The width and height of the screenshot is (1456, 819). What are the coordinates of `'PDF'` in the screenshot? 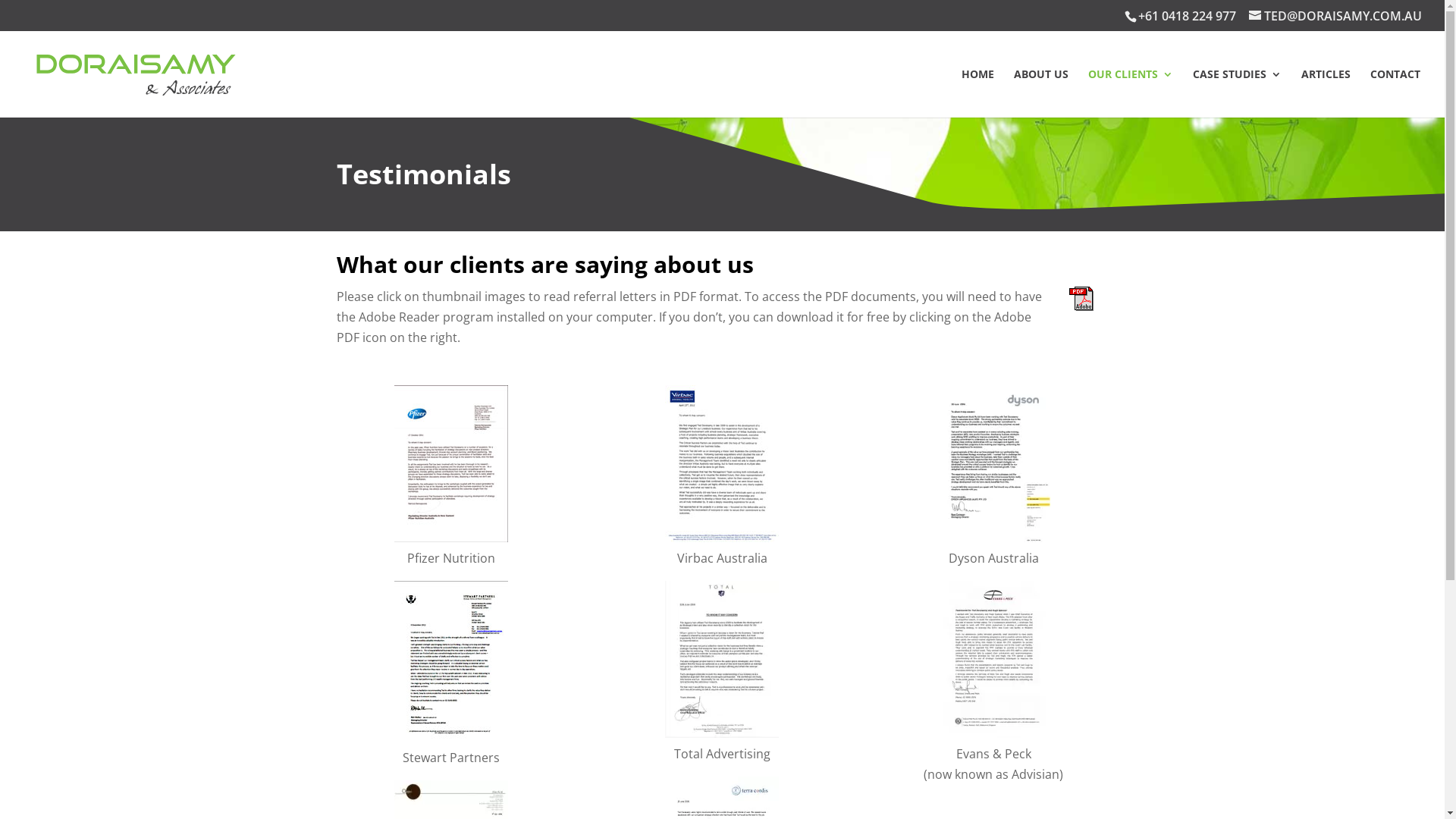 It's located at (1080, 298).